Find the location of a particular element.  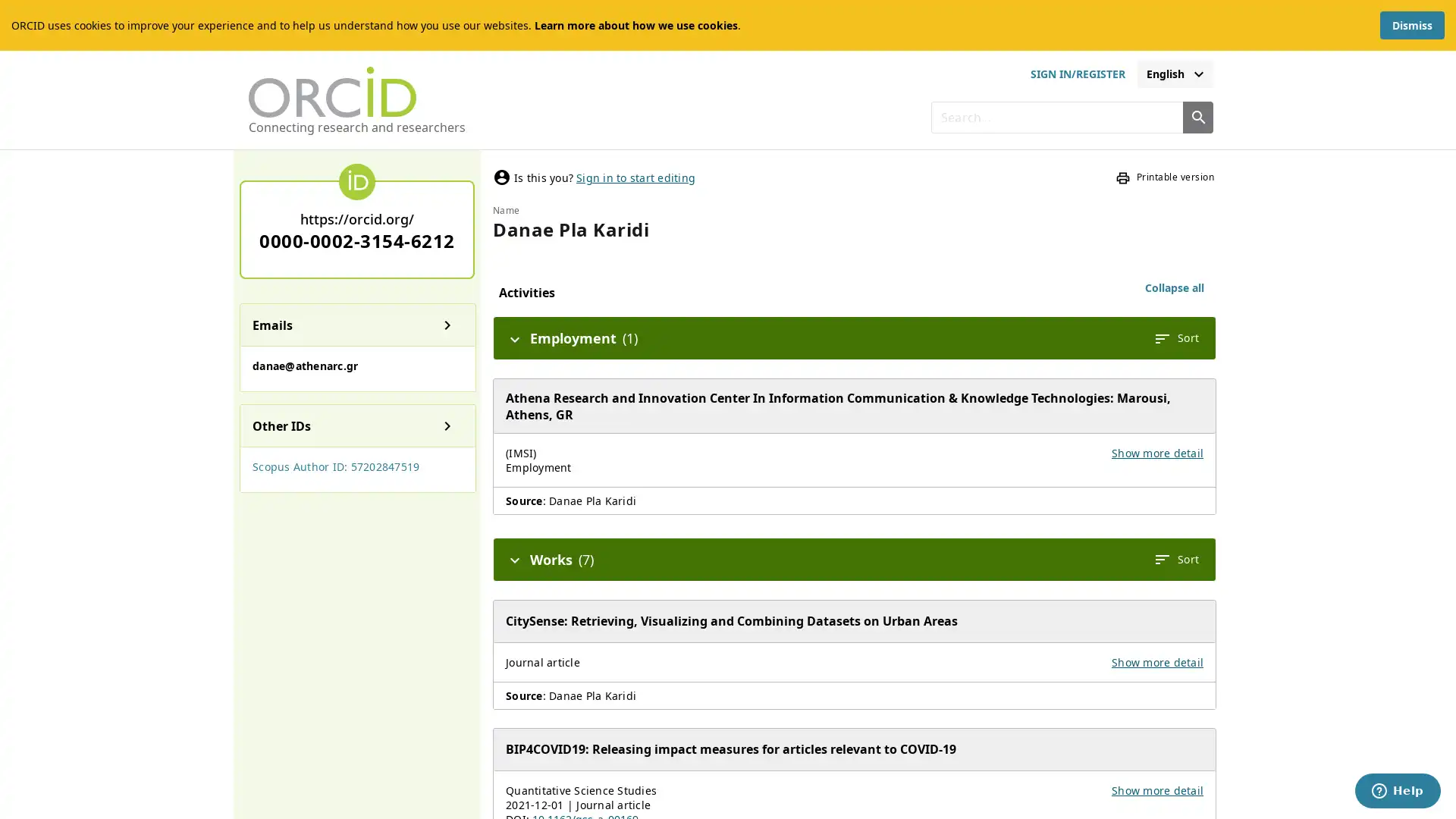

sign in or register is located at coordinates (1076, 74).